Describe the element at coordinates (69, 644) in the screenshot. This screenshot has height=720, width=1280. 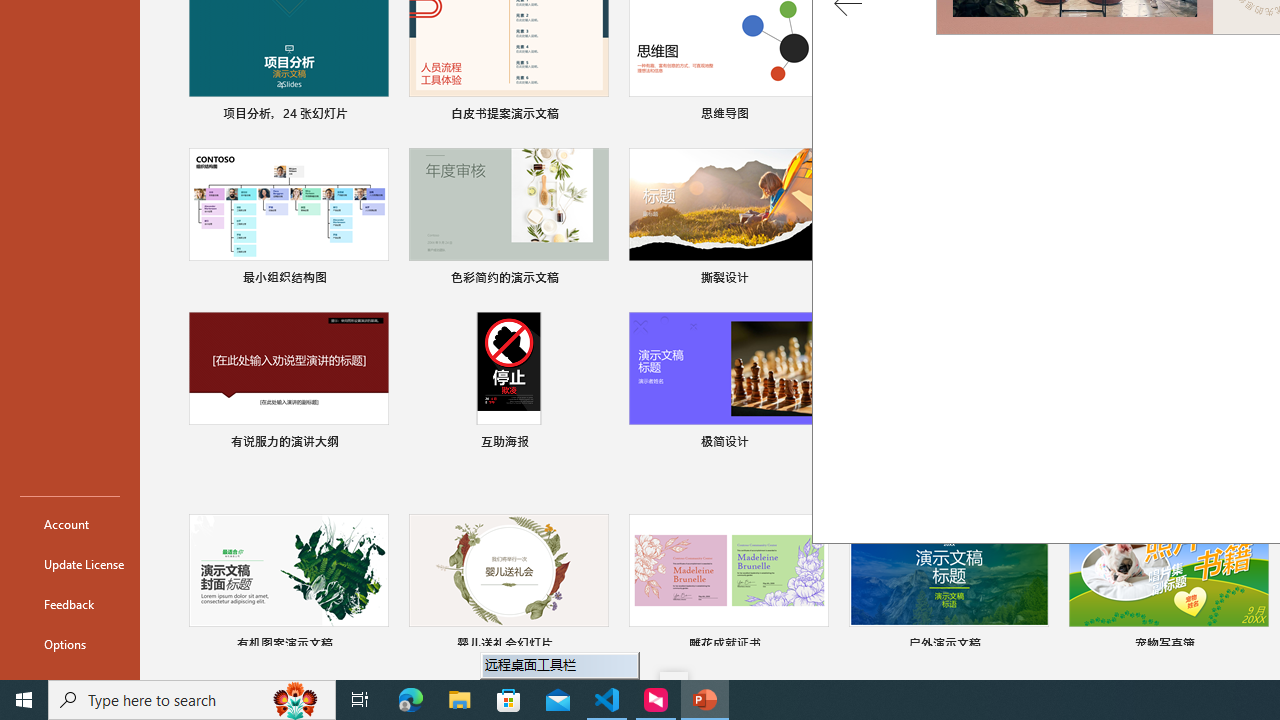
I see `'Options'` at that location.